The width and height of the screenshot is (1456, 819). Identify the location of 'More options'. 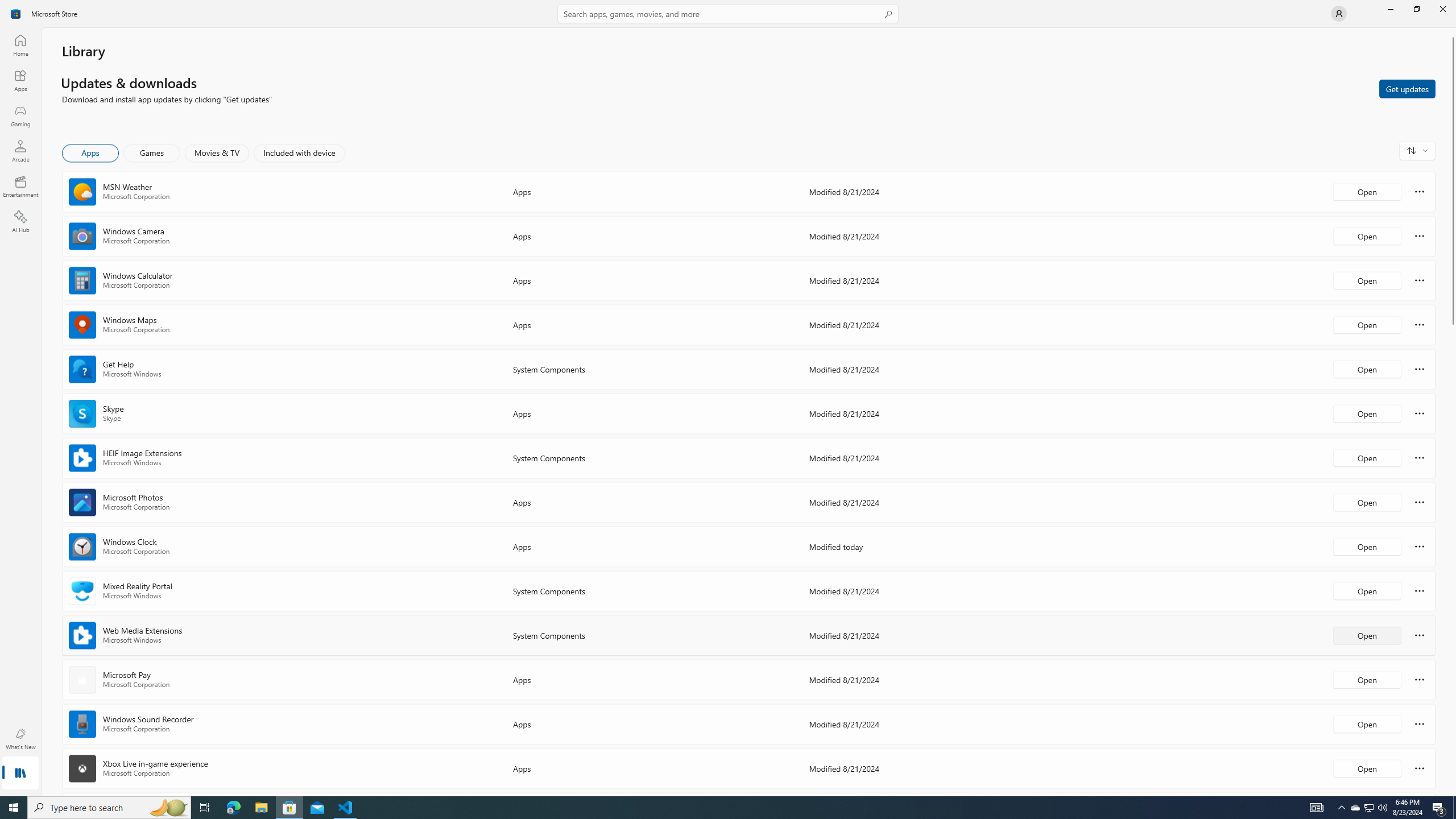
(1419, 767).